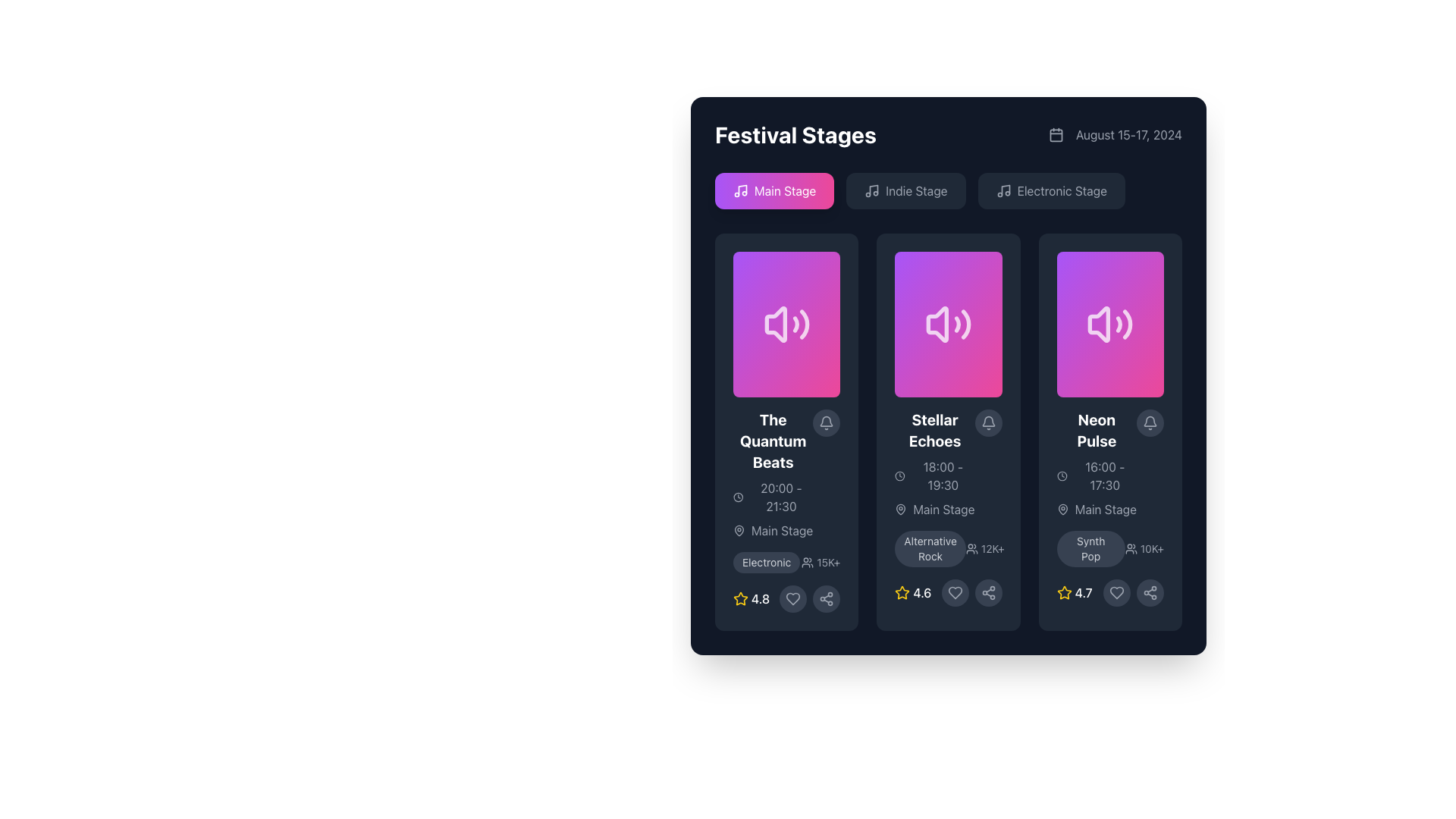  What do you see at coordinates (948, 190) in the screenshot?
I see `the 'Indie Stage' button, which is the middle button in a group of three horizontally aligned buttons` at bounding box center [948, 190].